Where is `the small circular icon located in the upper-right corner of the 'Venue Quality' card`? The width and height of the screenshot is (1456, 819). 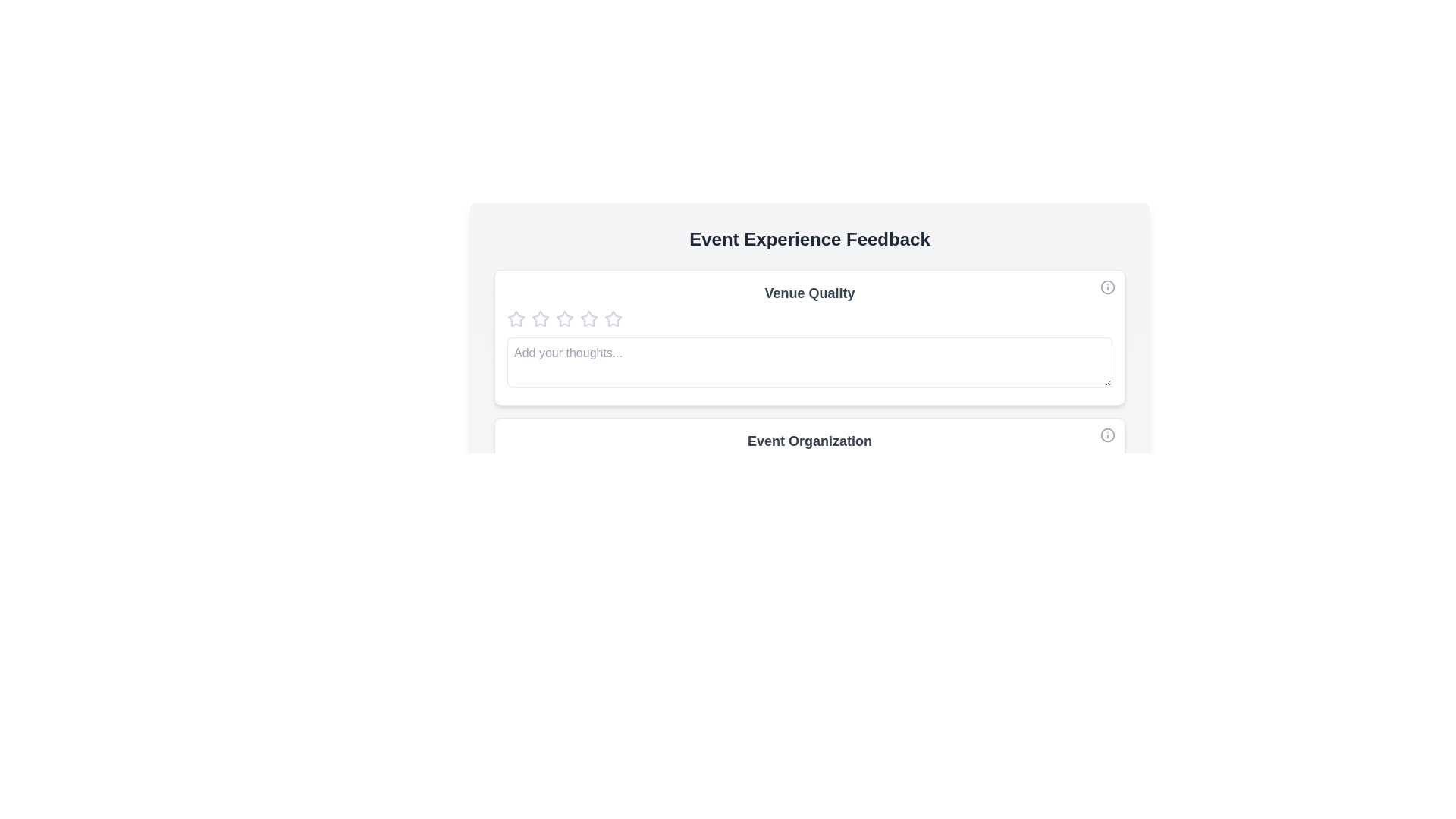 the small circular icon located in the upper-right corner of the 'Venue Quality' card is located at coordinates (1107, 287).